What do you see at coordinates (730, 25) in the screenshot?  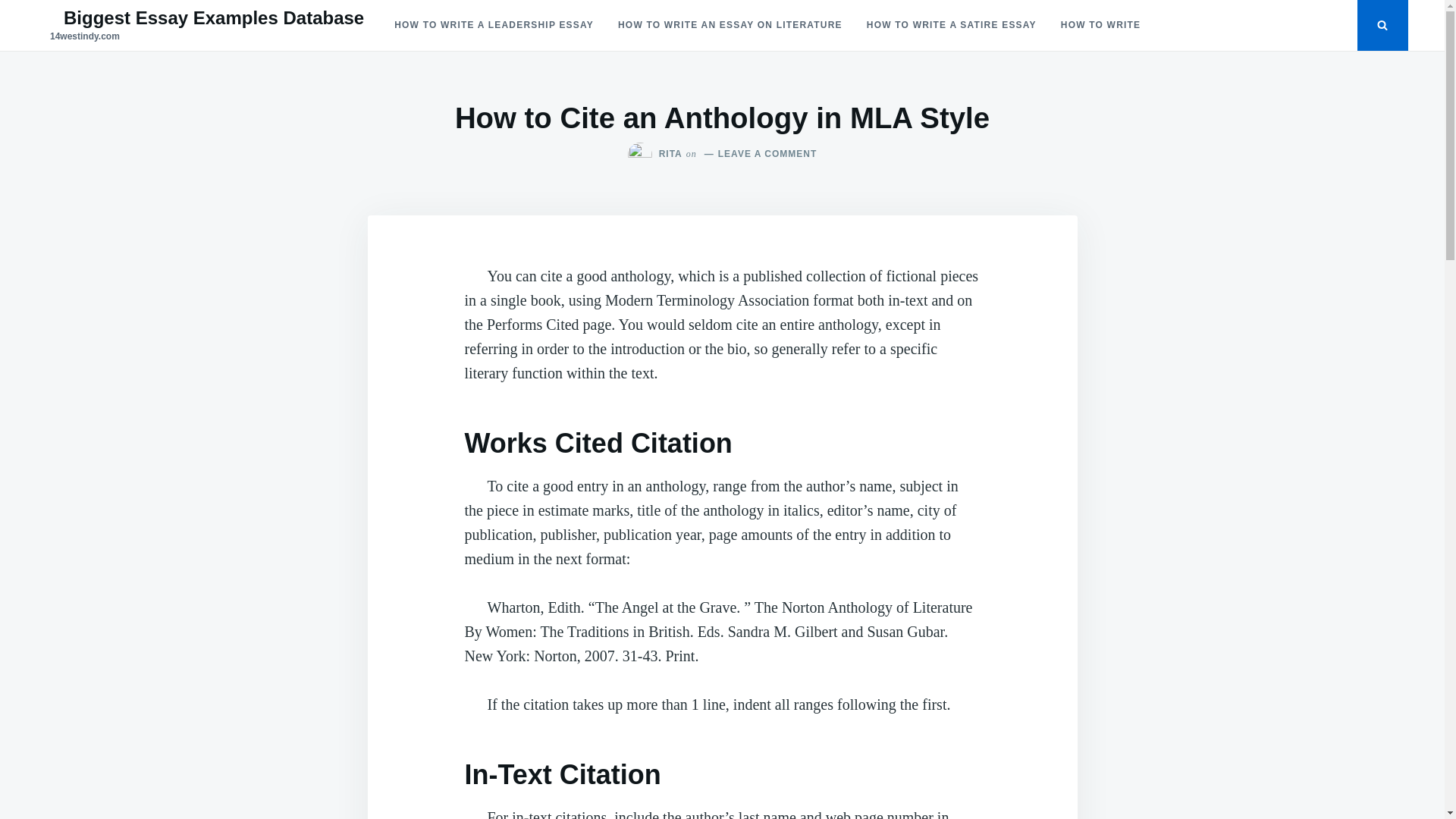 I see `'HOW TO WRITE AN ESSAY ON LITERATURE'` at bounding box center [730, 25].